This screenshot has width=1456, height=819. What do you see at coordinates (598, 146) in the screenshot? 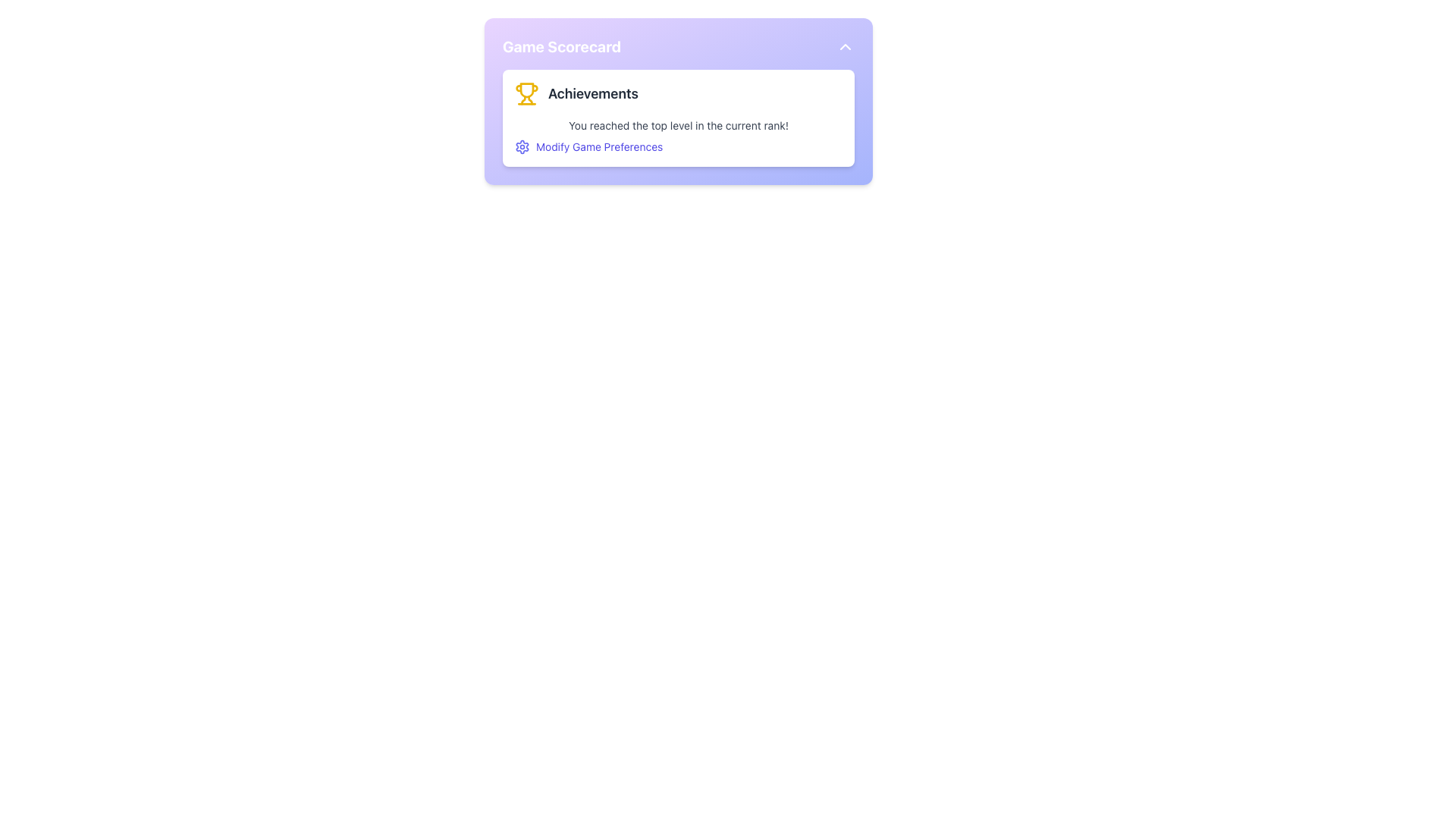
I see `the hyperlink reading 'Modify Game Preferences' which is styled in indigo and underlined, located at the bottom of the purple 'Achievements' card` at bounding box center [598, 146].